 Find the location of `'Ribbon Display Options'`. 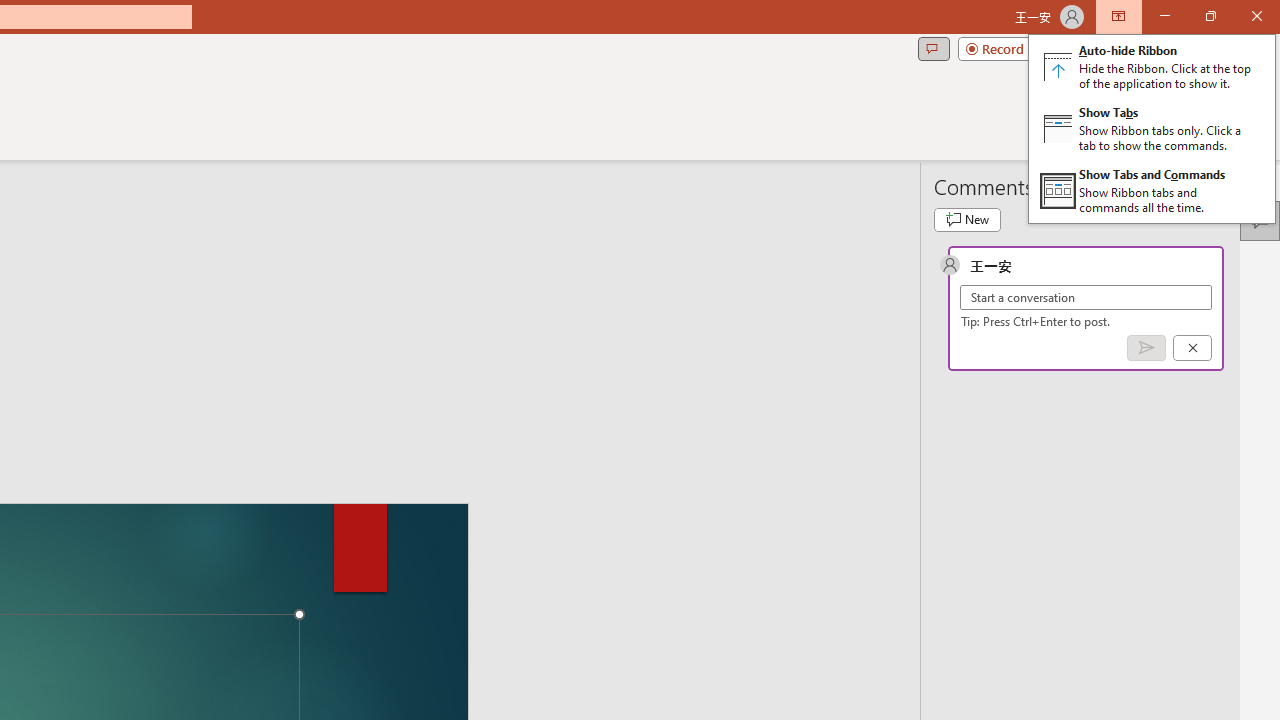

'Ribbon Display Options' is located at coordinates (1117, 16).